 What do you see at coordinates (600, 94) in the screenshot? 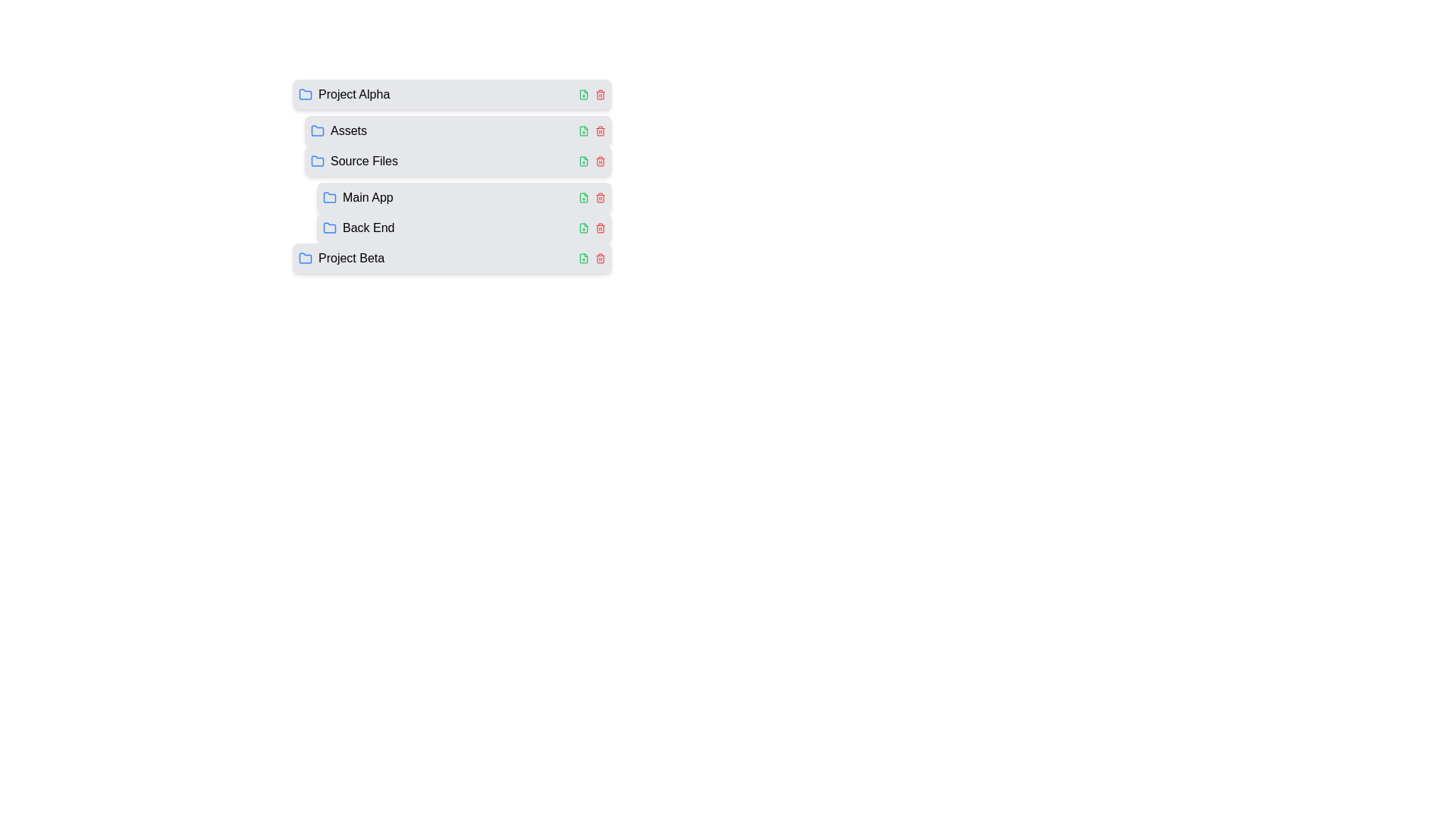
I see `the trash can icon button, which is red and positioned to the right of 'Project Alpha'` at bounding box center [600, 94].